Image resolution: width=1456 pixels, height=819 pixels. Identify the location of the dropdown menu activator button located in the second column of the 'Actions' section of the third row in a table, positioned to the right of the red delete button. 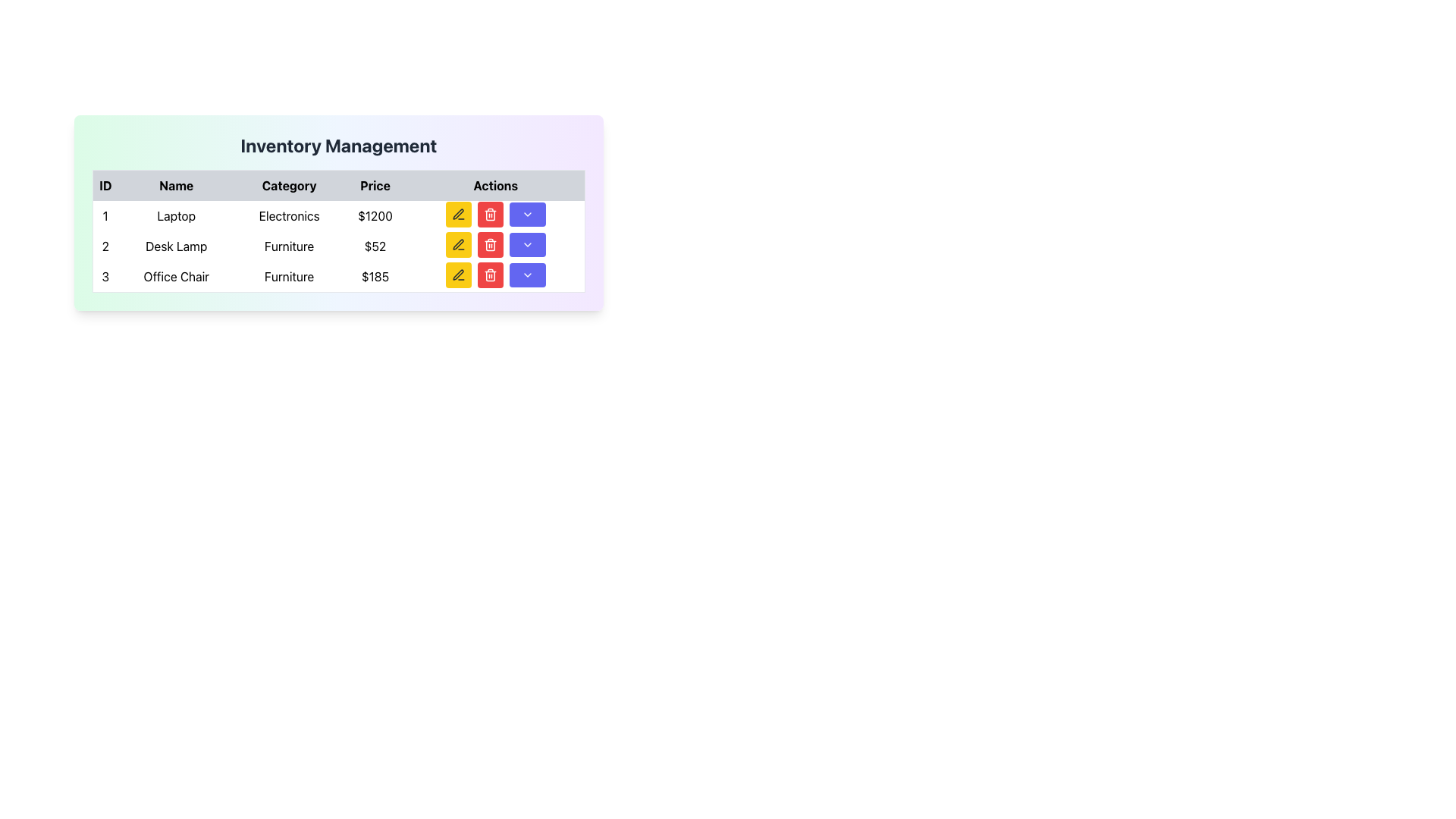
(527, 275).